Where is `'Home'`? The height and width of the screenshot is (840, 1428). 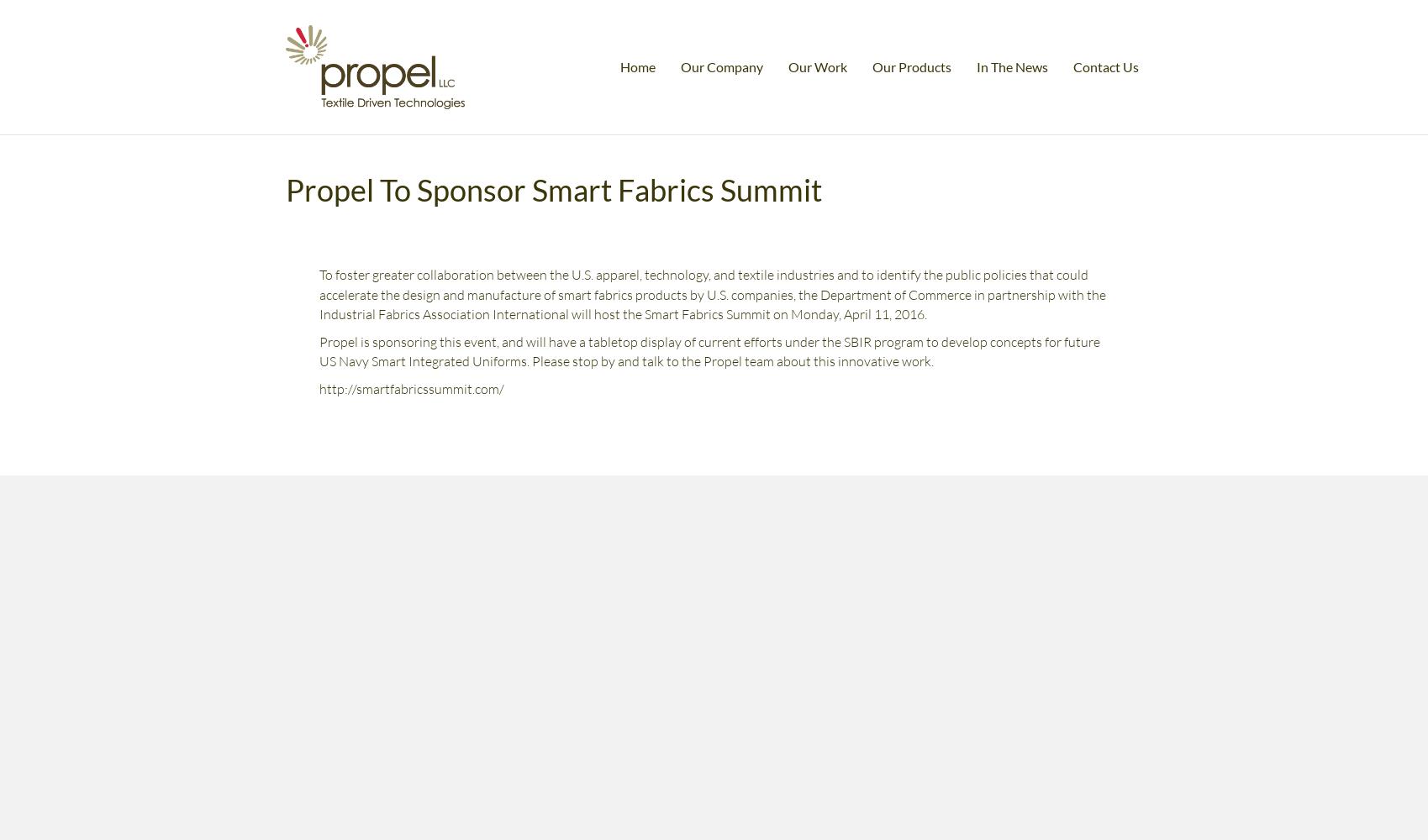
'Home' is located at coordinates (637, 65).